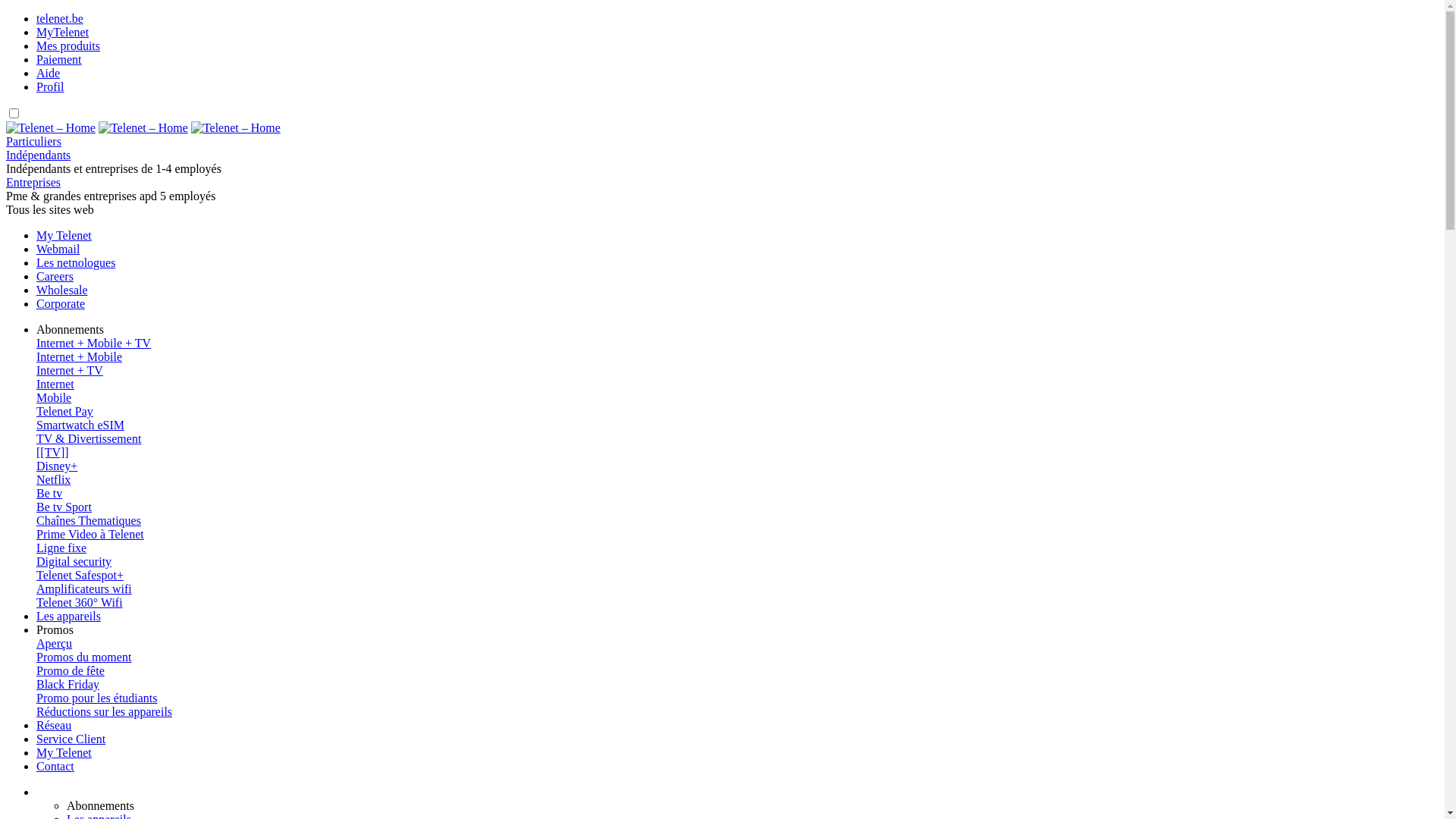 The image size is (1456, 819). I want to click on 'Profil', so click(50, 86).